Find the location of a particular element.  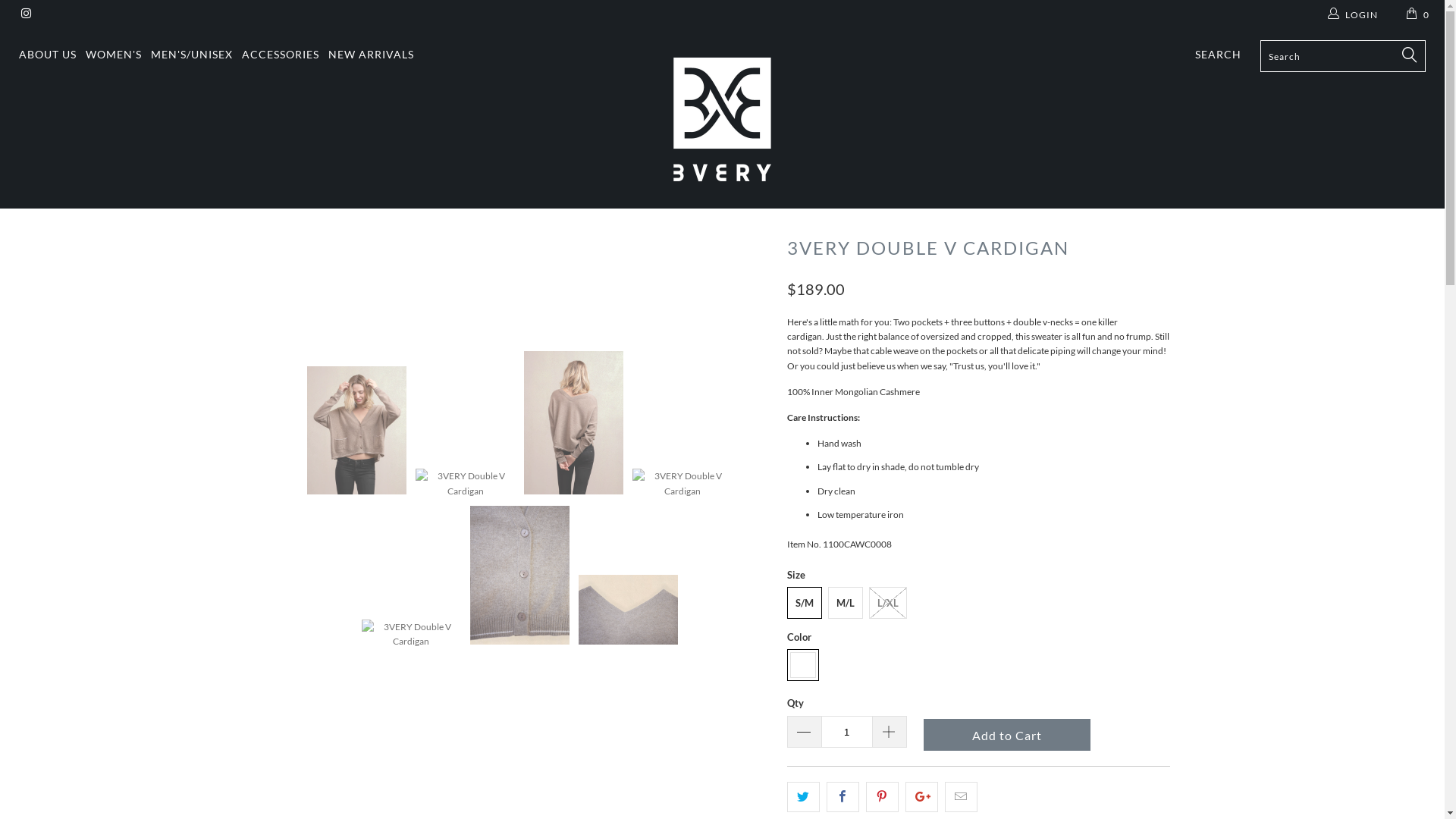

'MEN'S/UNISEX' is located at coordinates (191, 54).